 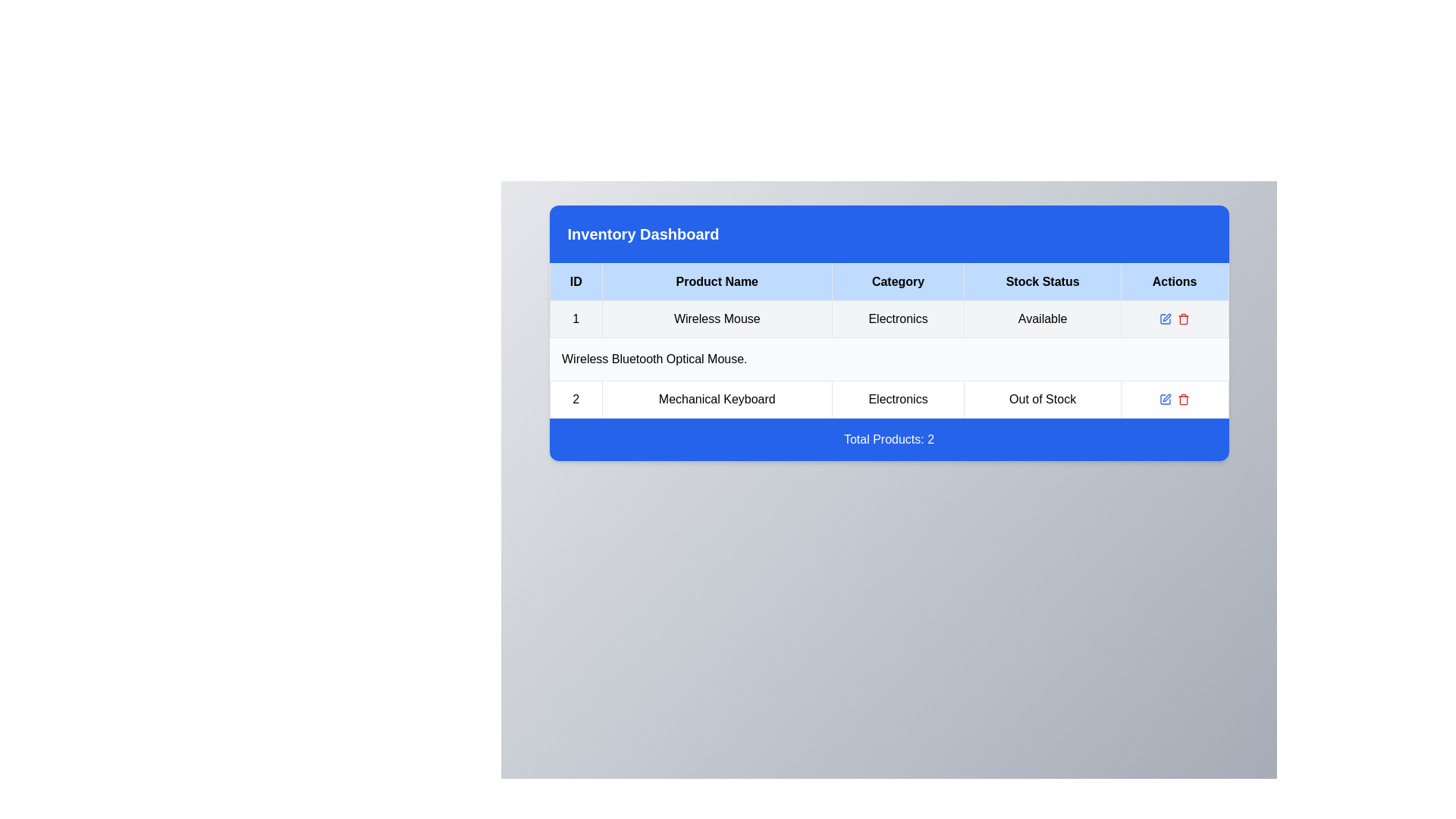 What do you see at coordinates (1174, 281) in the screenshot?
I see `the last Table Header Cell in the column that labels actions for each row in the table, positioned in the top-right section after the 'ID', 'Product Name', 'Category', and 'Stock Status' headers` at bounding box center [1174, 281].